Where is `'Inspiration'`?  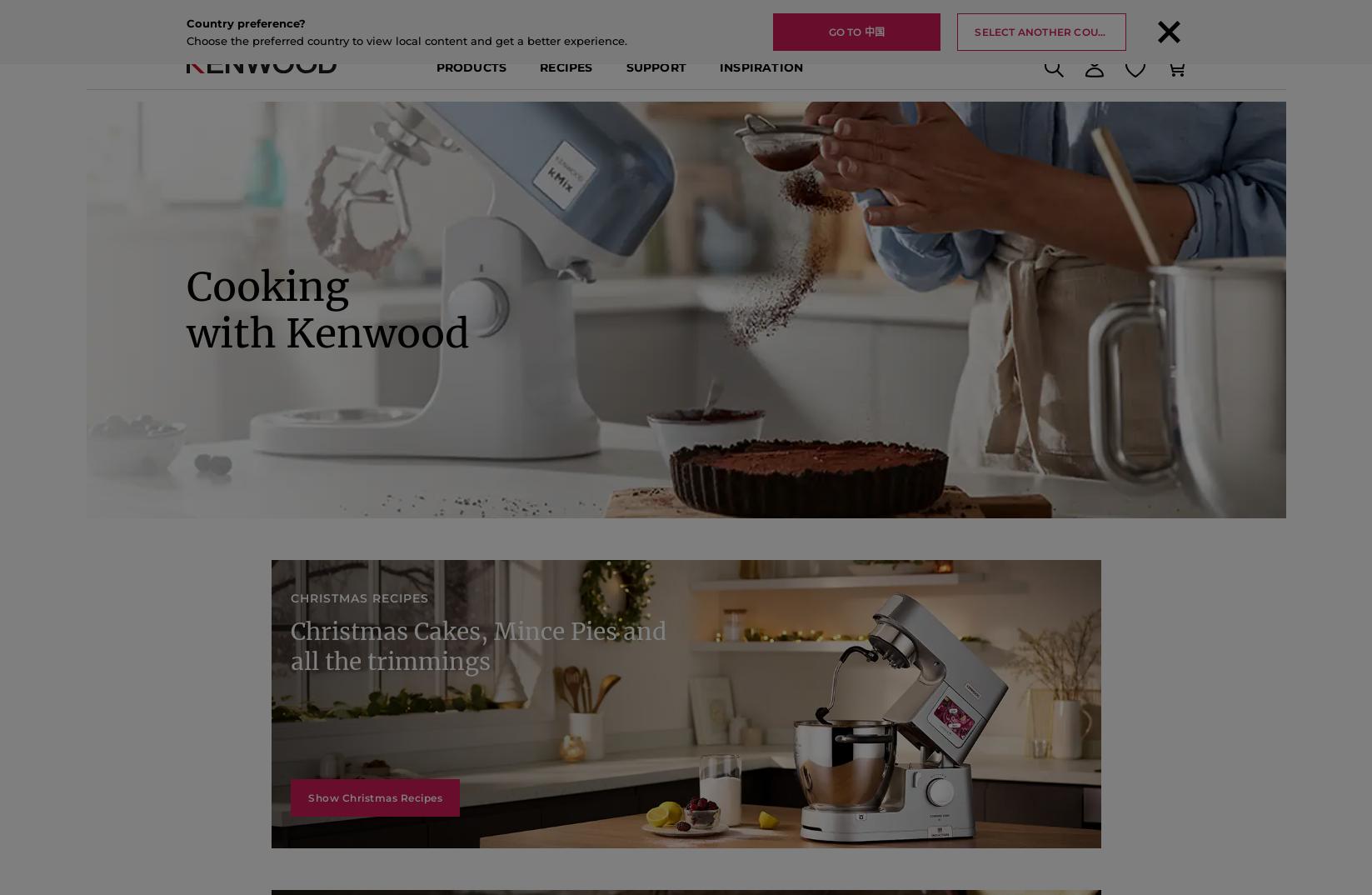
'Inspiration' is located at coordinates (760, 80).